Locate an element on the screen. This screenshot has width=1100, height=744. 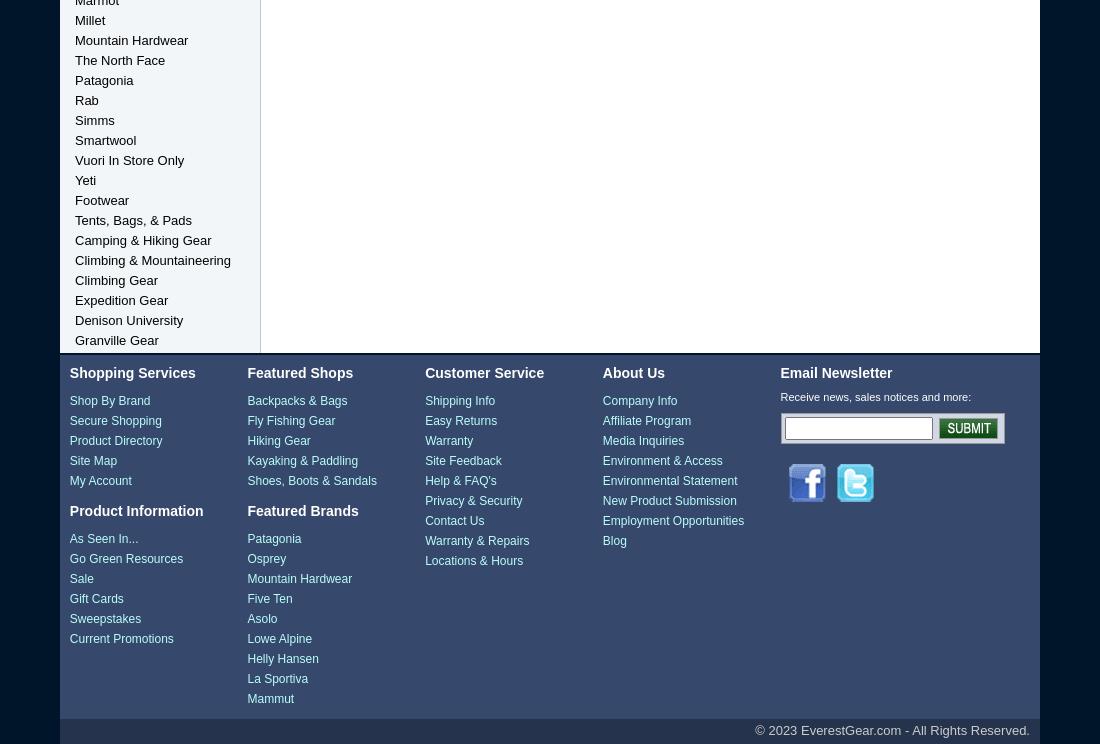
'Denison University' is located at coordinates (129, 320).